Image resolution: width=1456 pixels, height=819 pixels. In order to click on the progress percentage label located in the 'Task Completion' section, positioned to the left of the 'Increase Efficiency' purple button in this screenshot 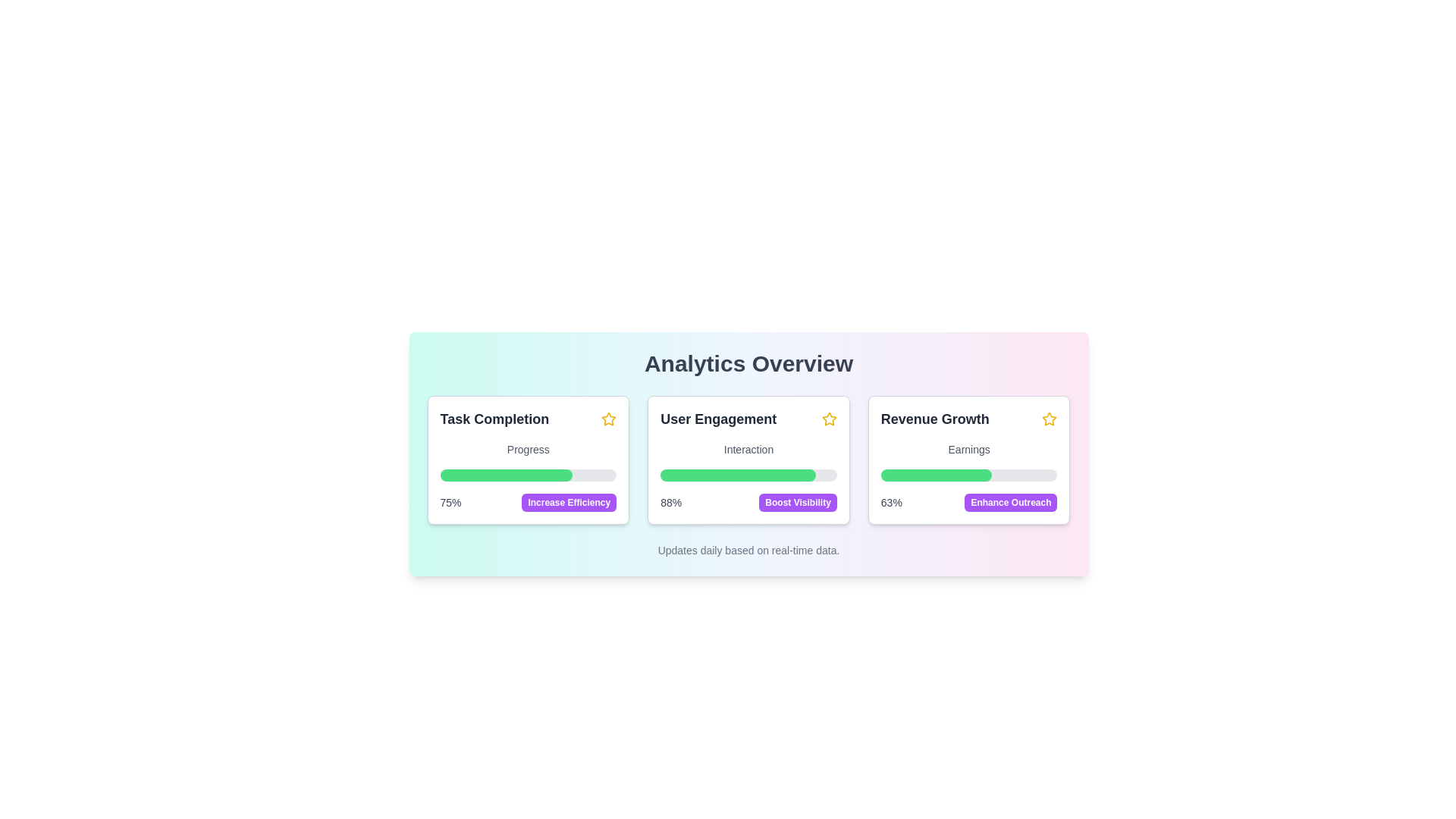, I will do `click(450, 503)`.